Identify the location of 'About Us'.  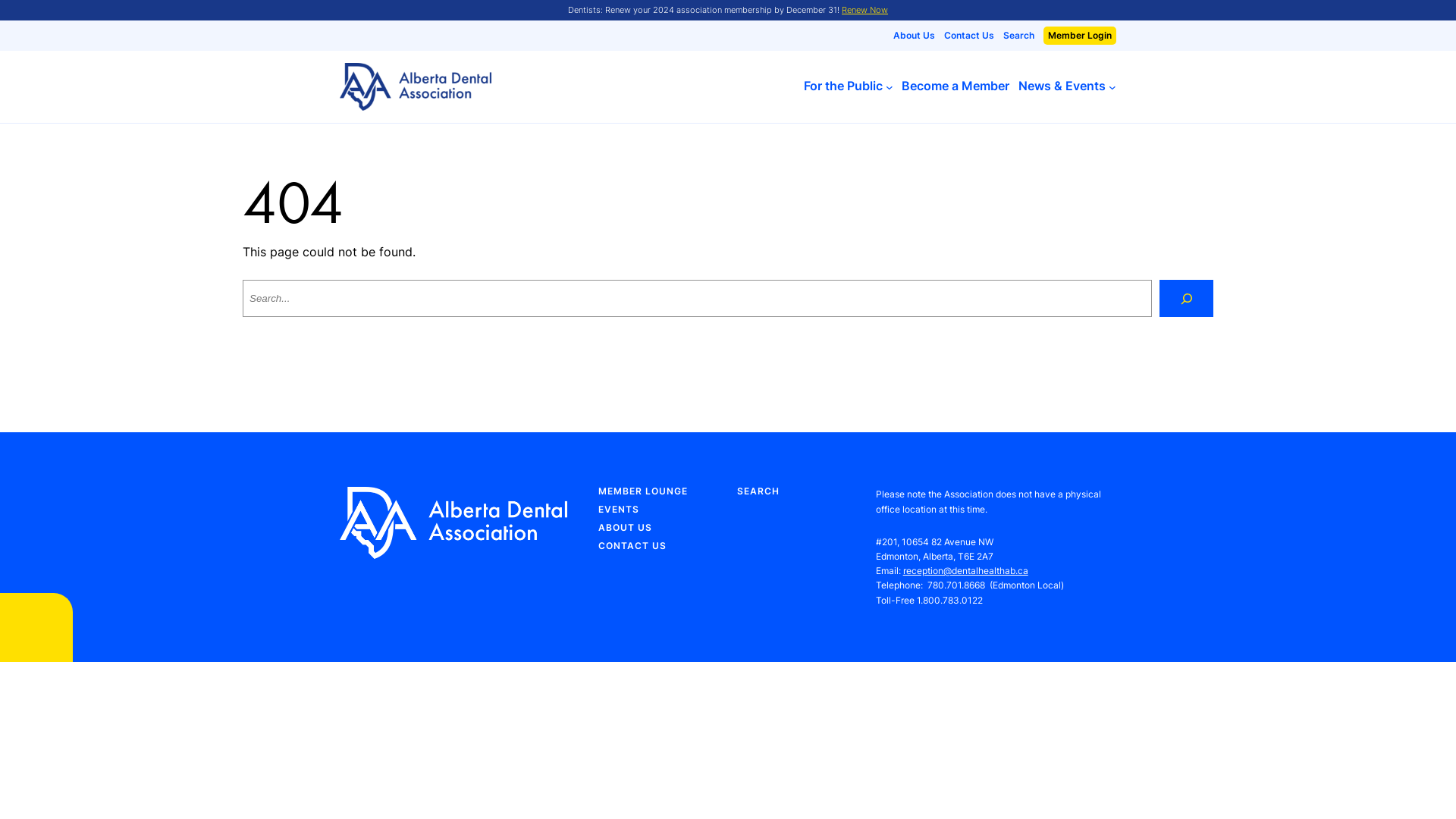
(913, 34).